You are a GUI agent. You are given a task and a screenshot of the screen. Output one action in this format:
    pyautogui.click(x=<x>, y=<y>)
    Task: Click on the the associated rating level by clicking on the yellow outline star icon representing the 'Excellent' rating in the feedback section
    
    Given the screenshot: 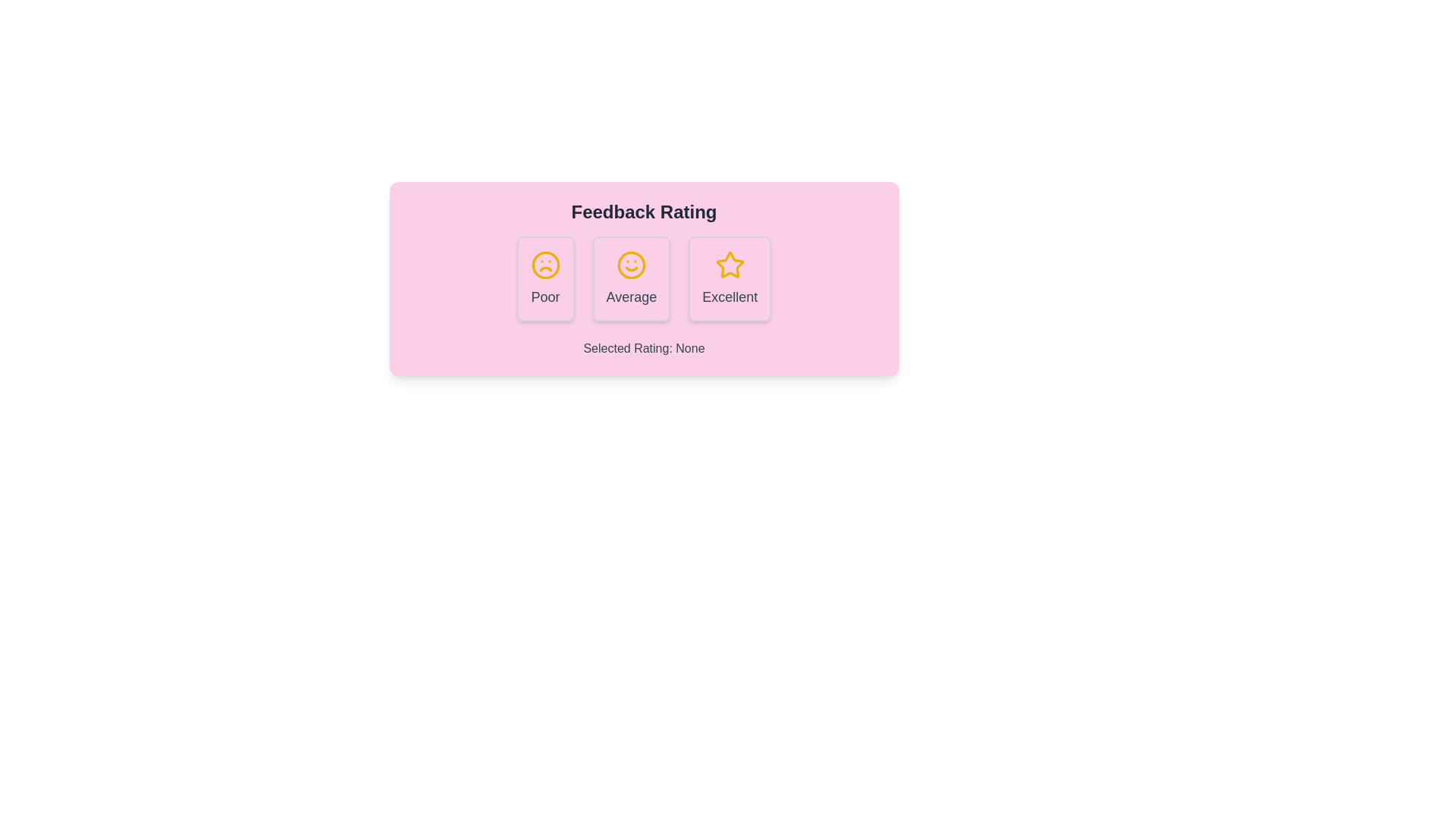 What is the action you would take?
    pyautogui.click(x=730, y=264)
    